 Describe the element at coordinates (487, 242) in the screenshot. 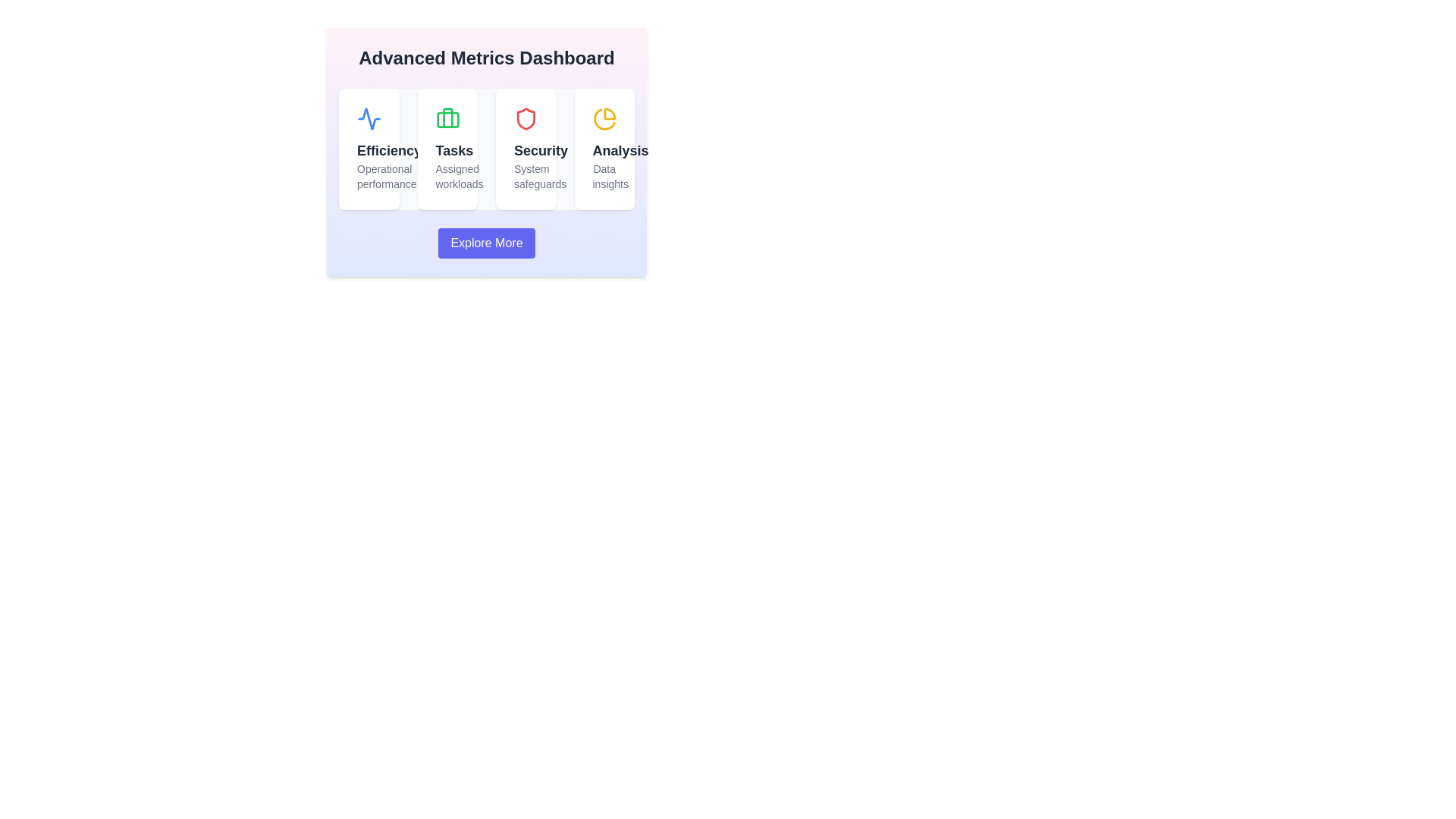

I see `the button with a purple background and the text 'Explore More'` at that location.